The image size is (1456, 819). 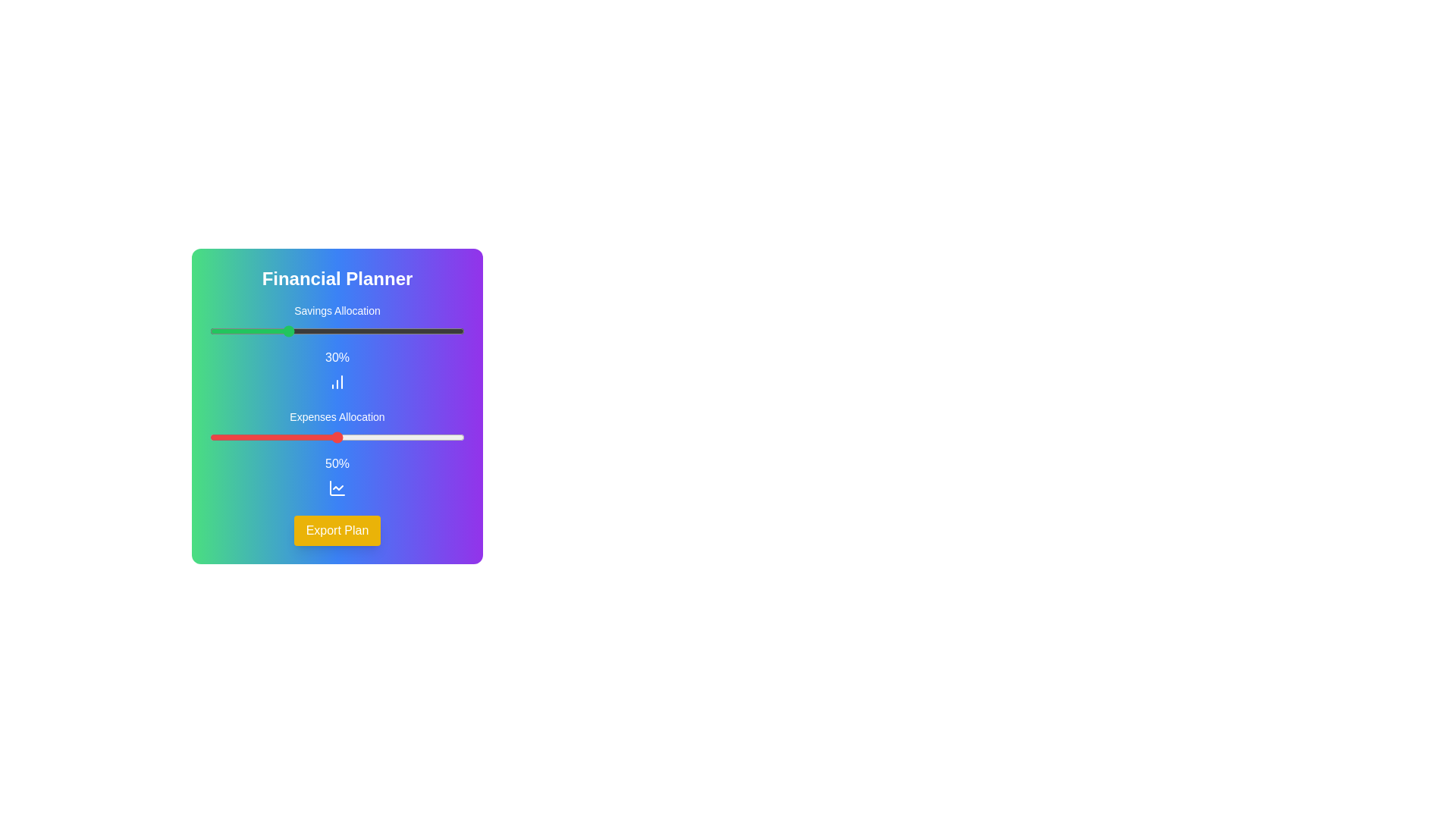 I want to click on the savings allocation slider, so click(x=373, y=330).